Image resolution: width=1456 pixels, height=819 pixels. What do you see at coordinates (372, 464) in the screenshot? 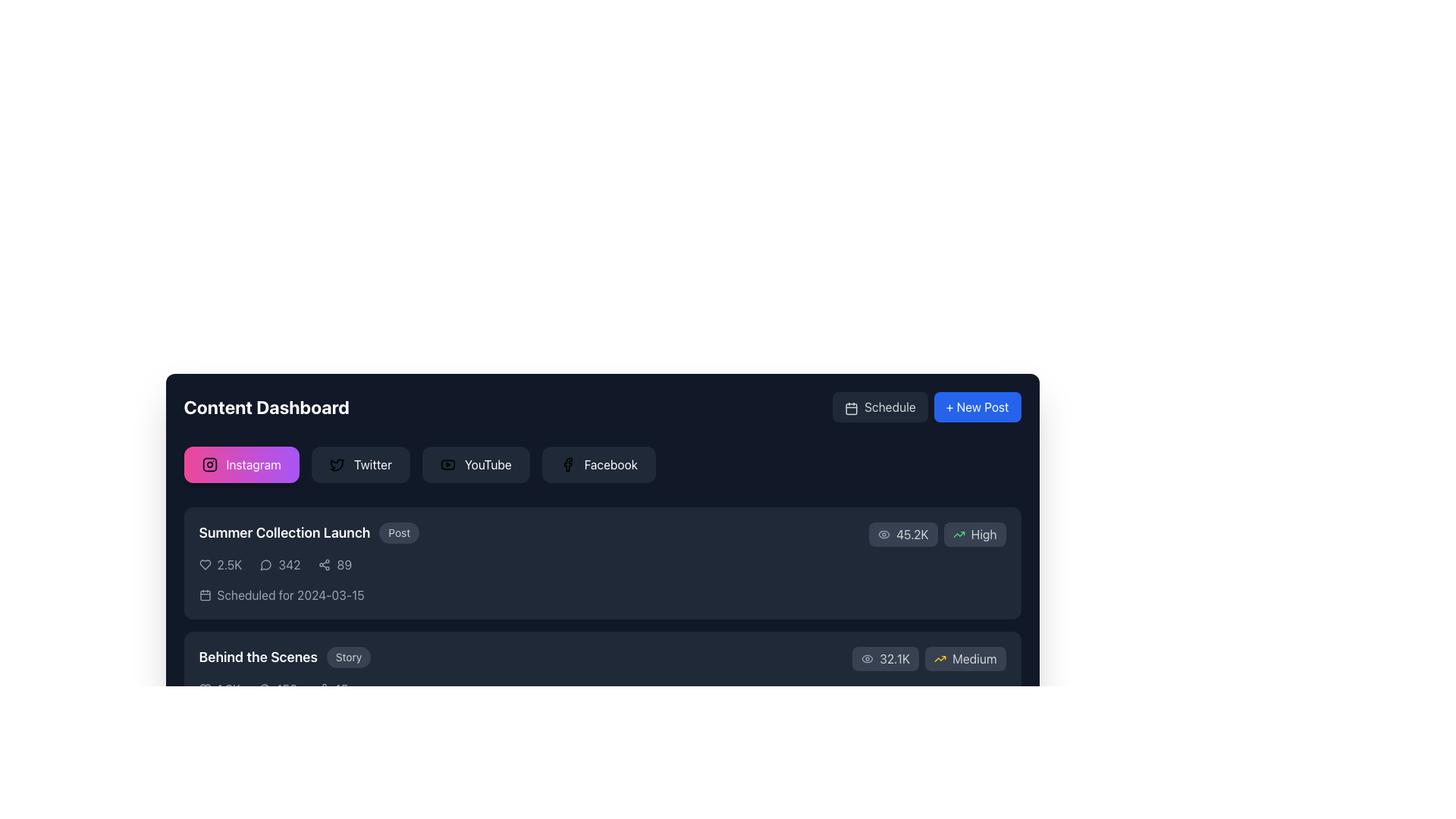
I see `the 'Twitter' text label within the button, which is the second item in a group of four options labeled 'Instagram,' 'Twitter,' 'YouTube,' and 'Facebook.'` at bounding box center [372, 464].